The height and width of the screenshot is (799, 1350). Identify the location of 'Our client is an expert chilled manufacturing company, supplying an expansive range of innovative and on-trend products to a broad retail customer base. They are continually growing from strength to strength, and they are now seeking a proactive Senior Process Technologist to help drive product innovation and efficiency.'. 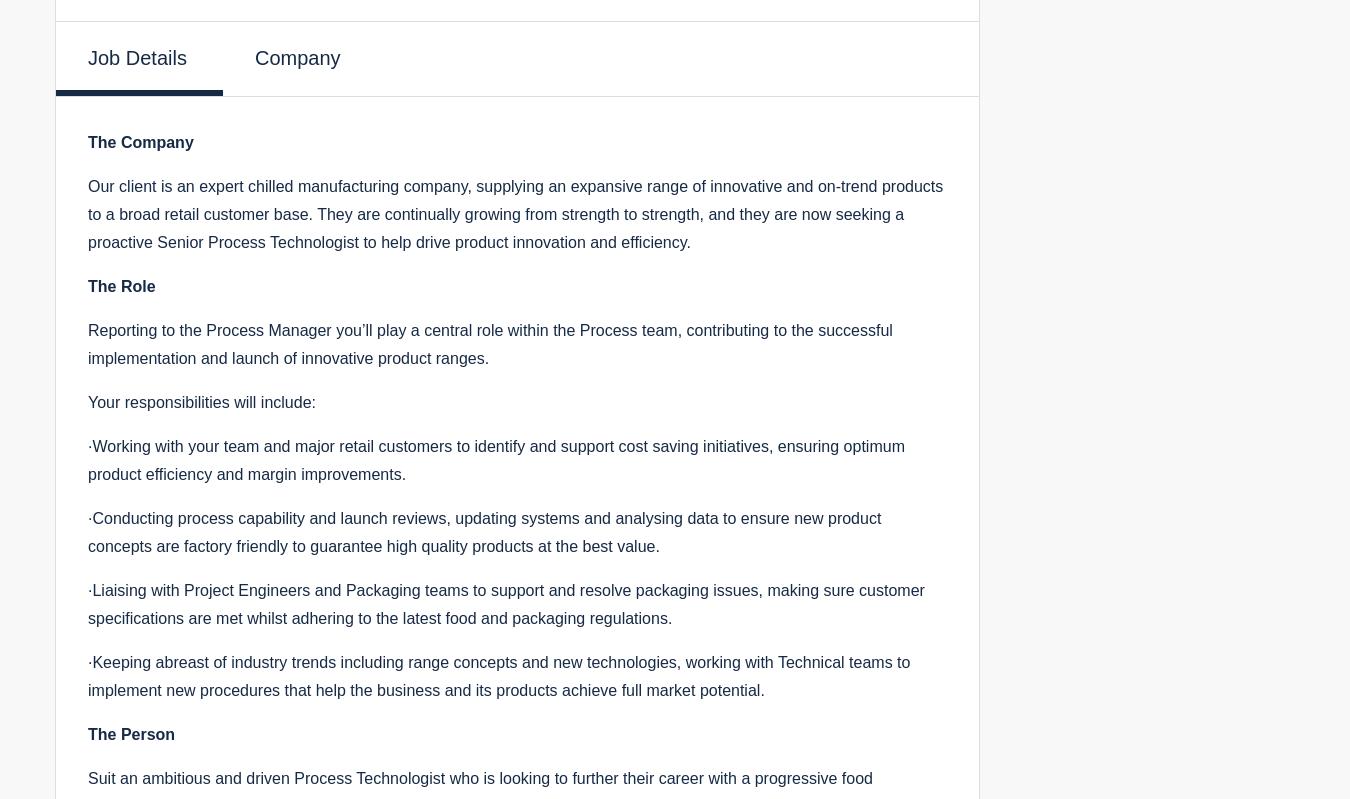
(514, 213).